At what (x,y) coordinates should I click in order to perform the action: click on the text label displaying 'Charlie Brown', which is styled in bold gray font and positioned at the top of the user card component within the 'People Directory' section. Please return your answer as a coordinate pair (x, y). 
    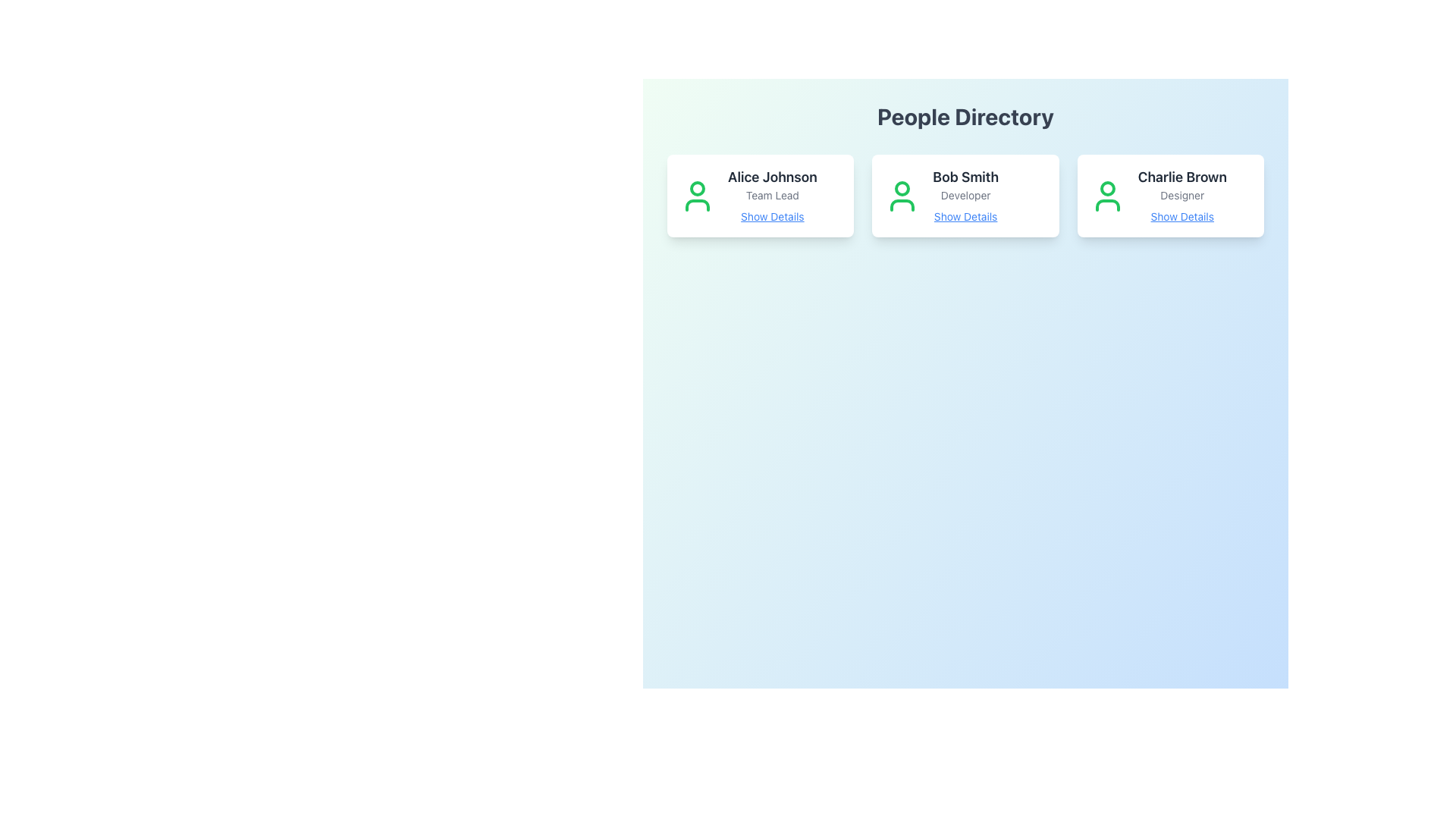
    Looking at the image, I should click on (1181, 177).